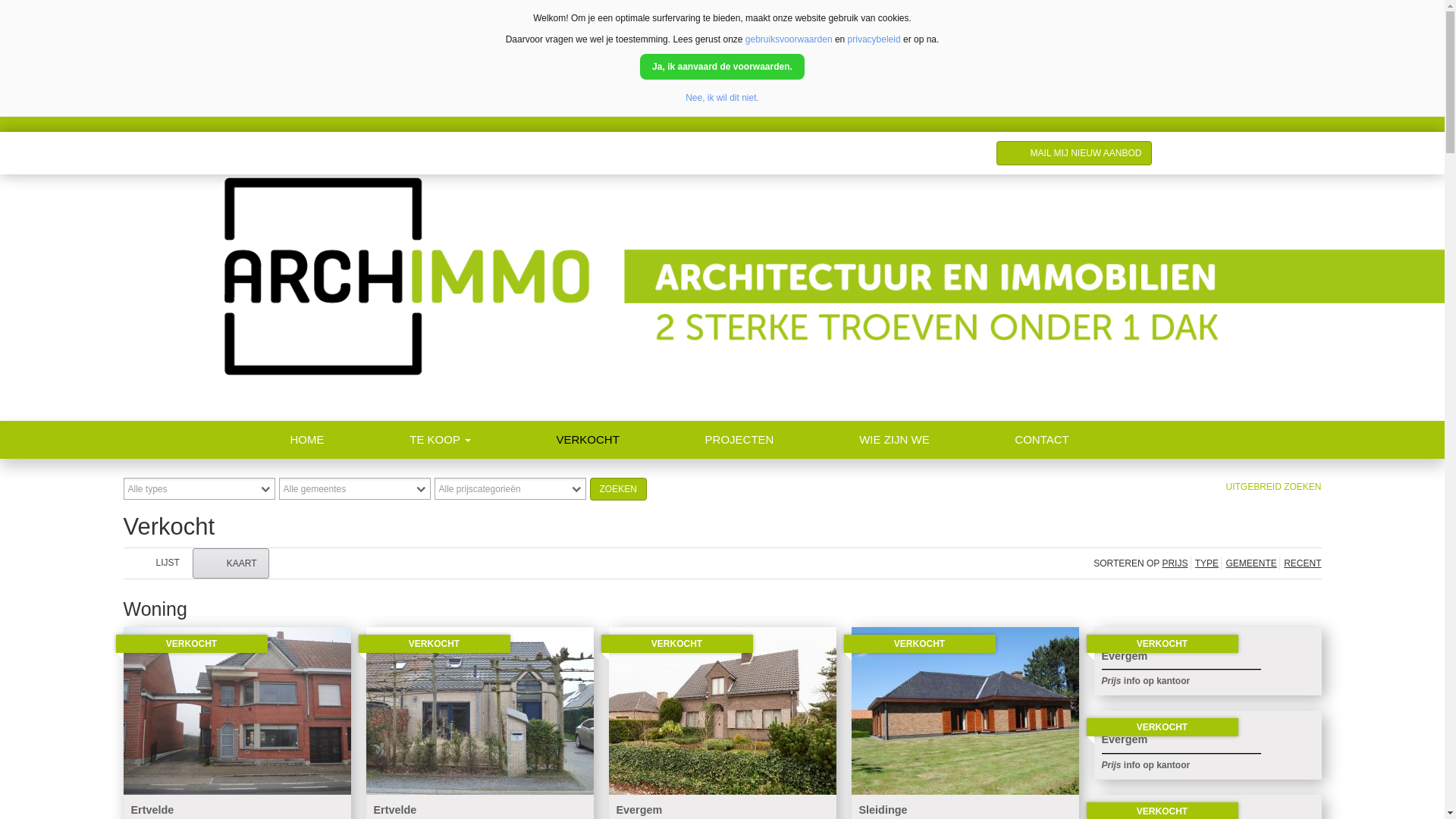  Describe the element at coordinates (721, 97) in the screenshot. I see `'Nee, ik wil dit niet.'` at that location.